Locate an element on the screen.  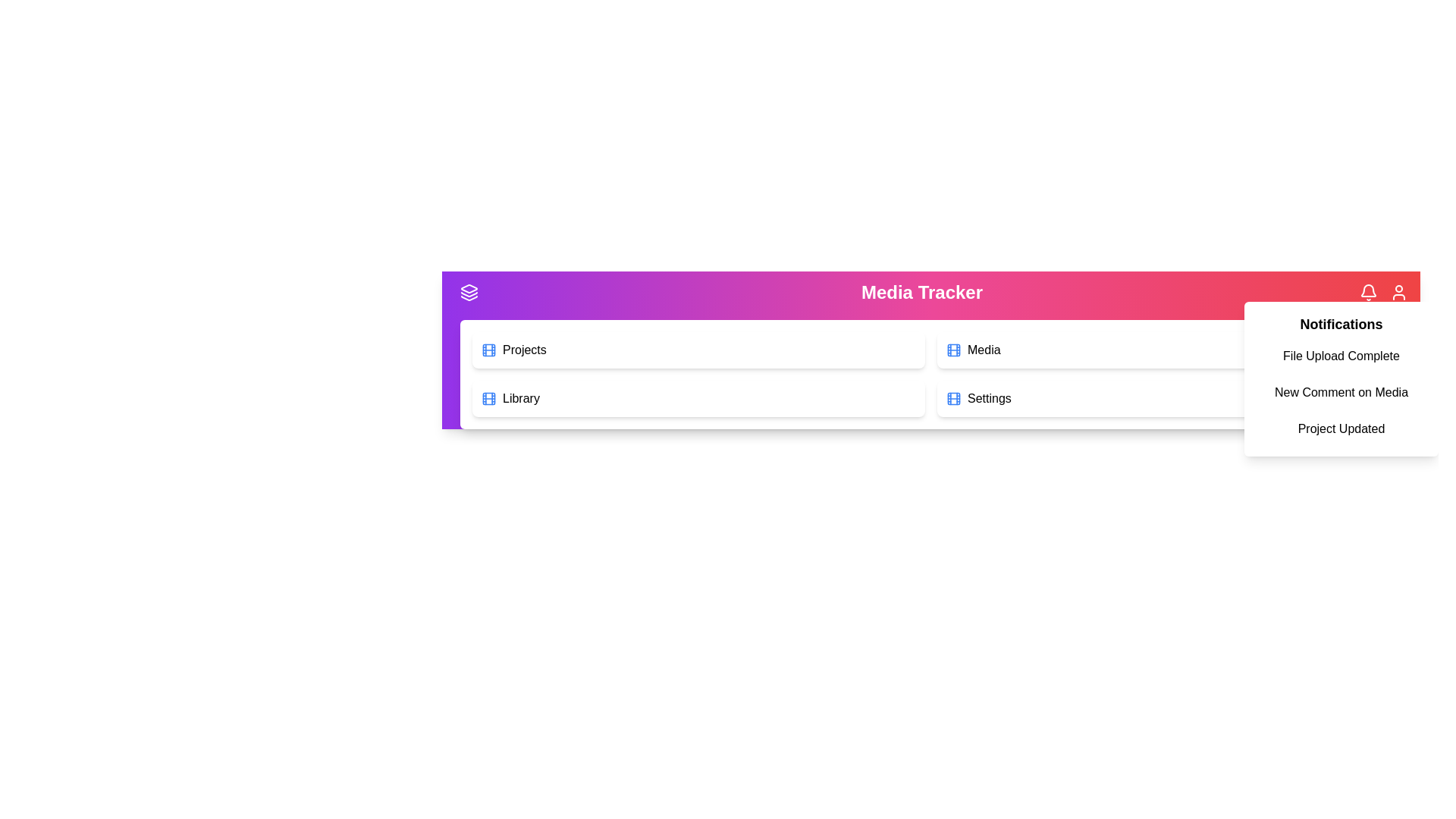
the navigation menu item Media is located at coordinates (1163, 350).